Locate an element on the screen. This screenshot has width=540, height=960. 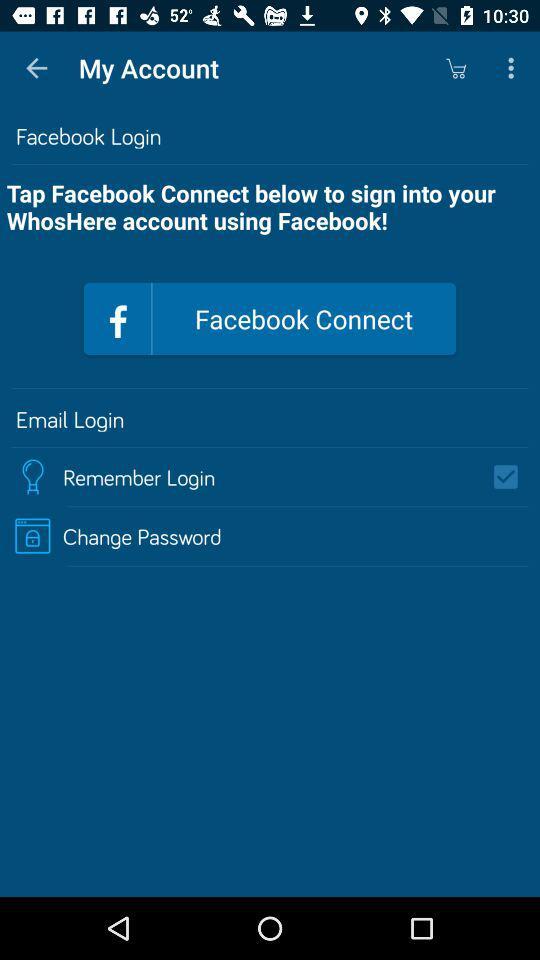
item above the facebook login item is located at coordinates (36, 68).